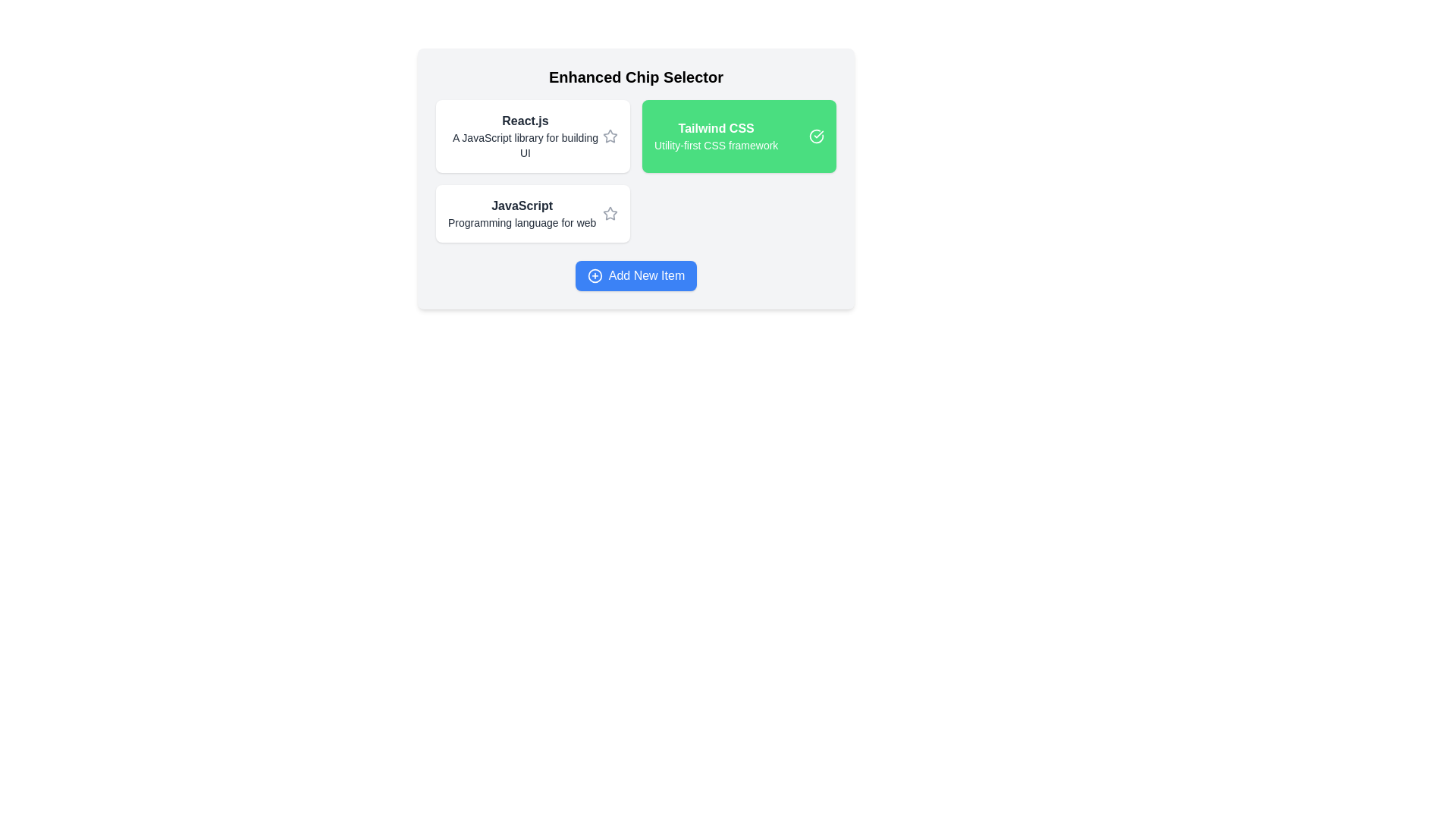 The width and height of the screenshot is (1456, 819). What do you see at coordinates (594, 275) in the screenshot?
I see `the SVG circle element that is part of the 'Add New Item' button, which is located above the button text and forms a '+' sign` at bounding box center [594, 275].